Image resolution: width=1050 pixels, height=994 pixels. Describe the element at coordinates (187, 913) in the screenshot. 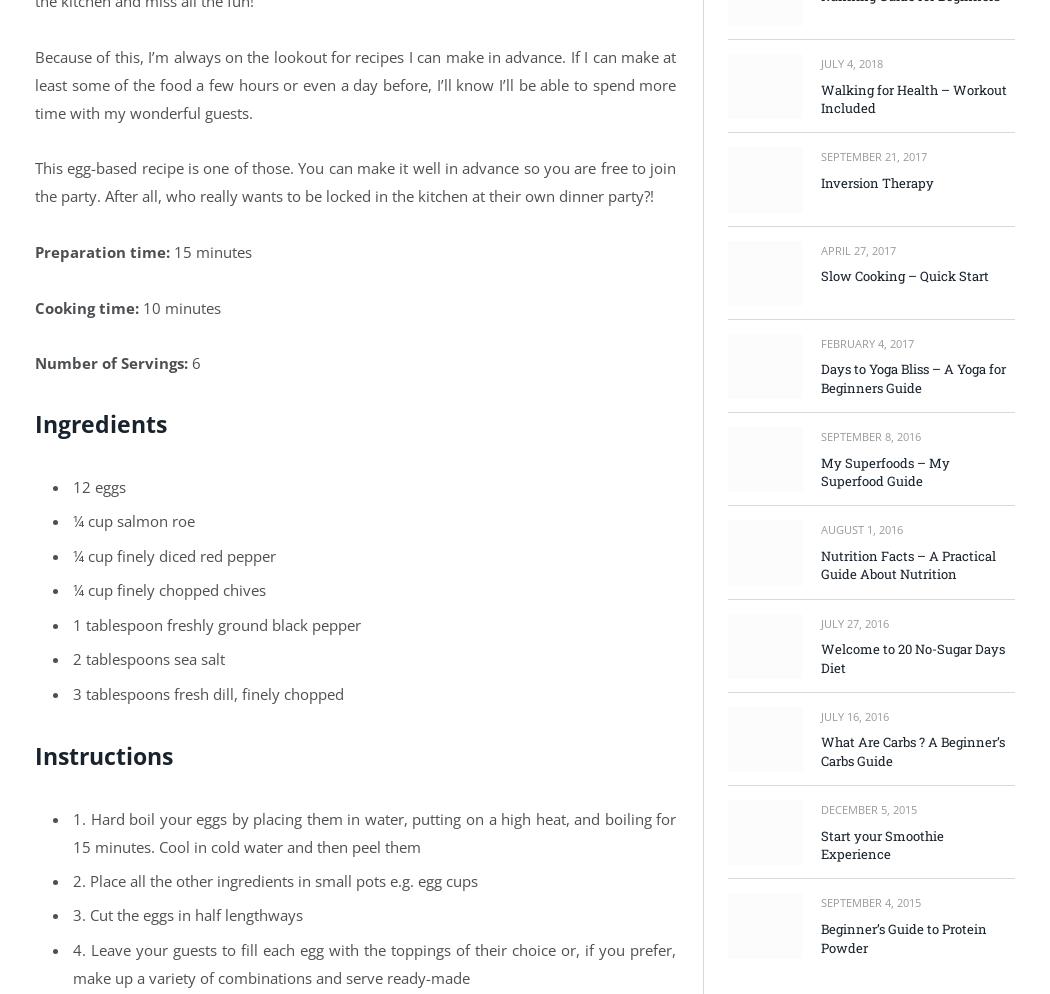

I see `'3. Cut the eggs in half lengthways'` at that location.